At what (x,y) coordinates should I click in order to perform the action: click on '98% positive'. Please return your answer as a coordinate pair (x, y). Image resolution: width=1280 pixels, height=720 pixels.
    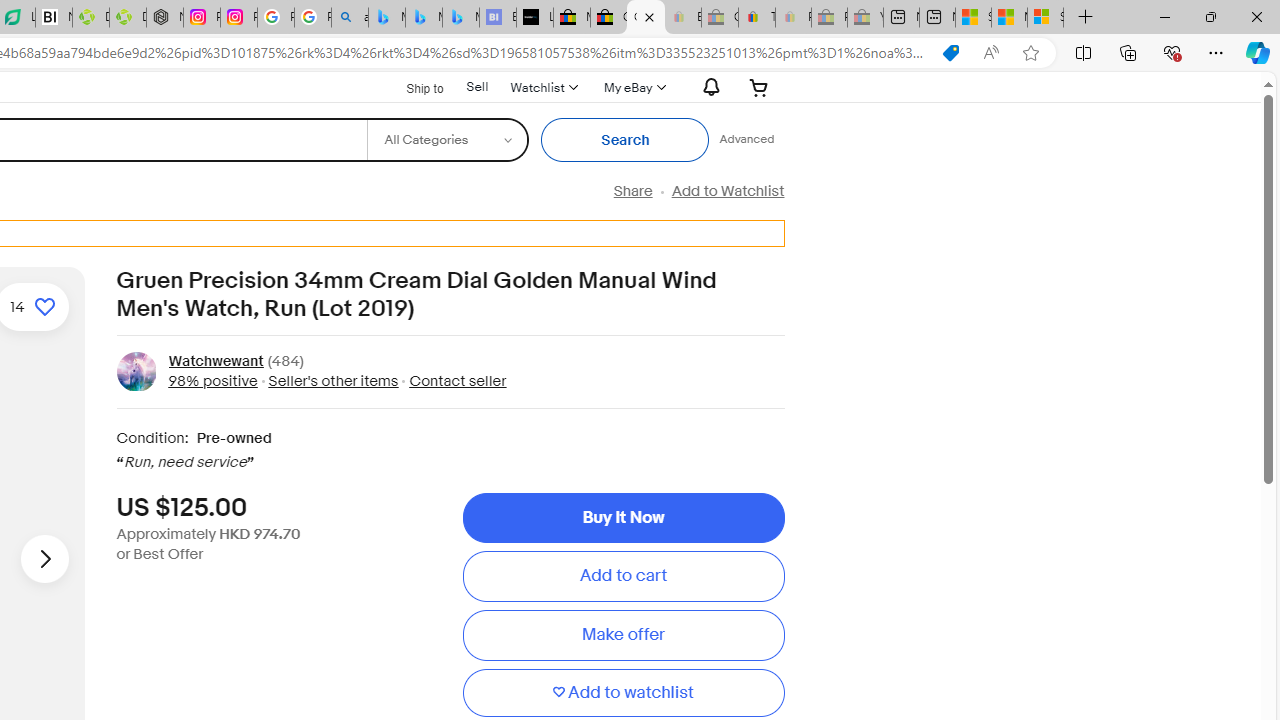
    Looking at the image, I should click on (213, 380).